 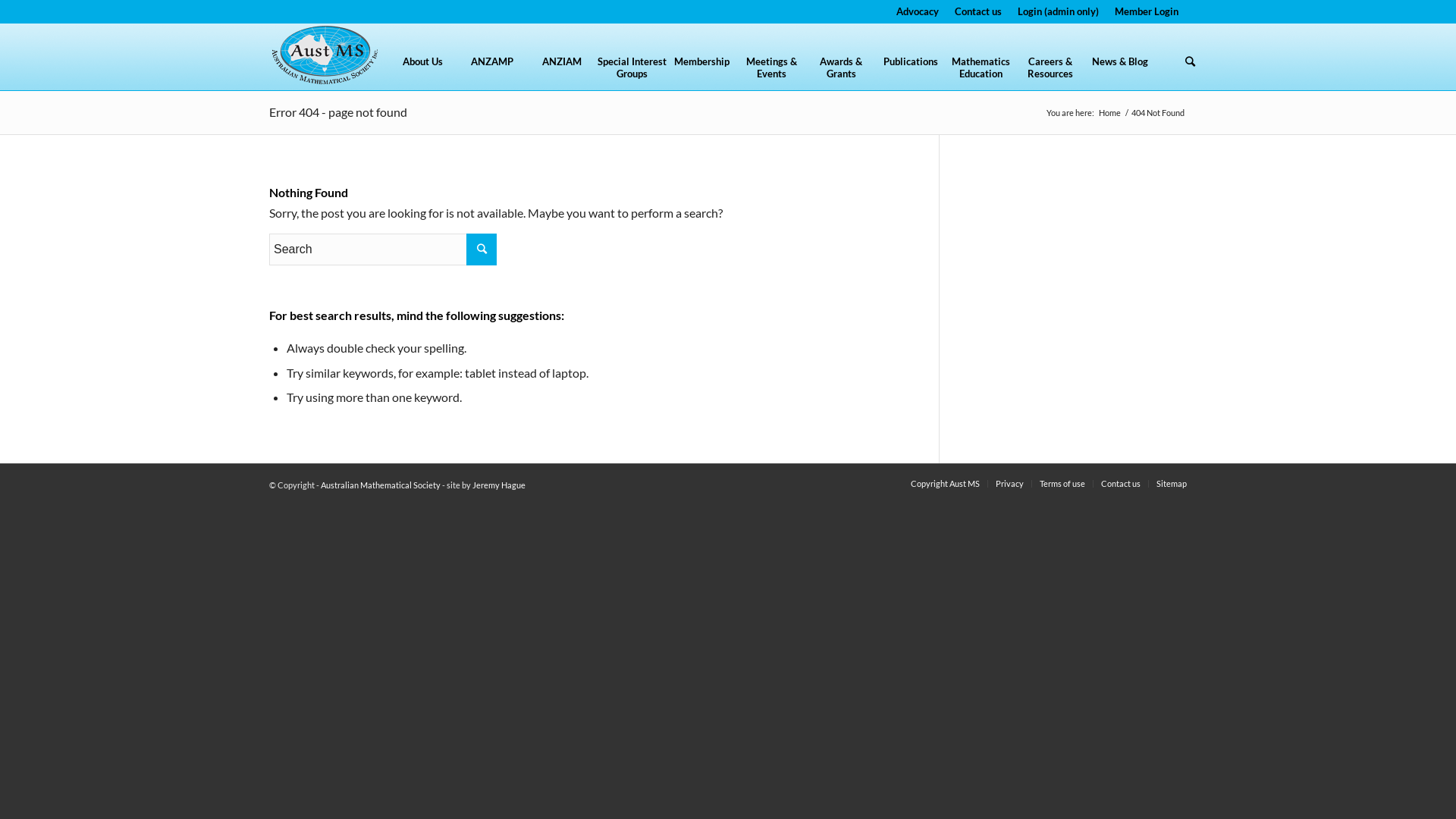 I want to click on 'Advocacy', so click(x=916, y=11).